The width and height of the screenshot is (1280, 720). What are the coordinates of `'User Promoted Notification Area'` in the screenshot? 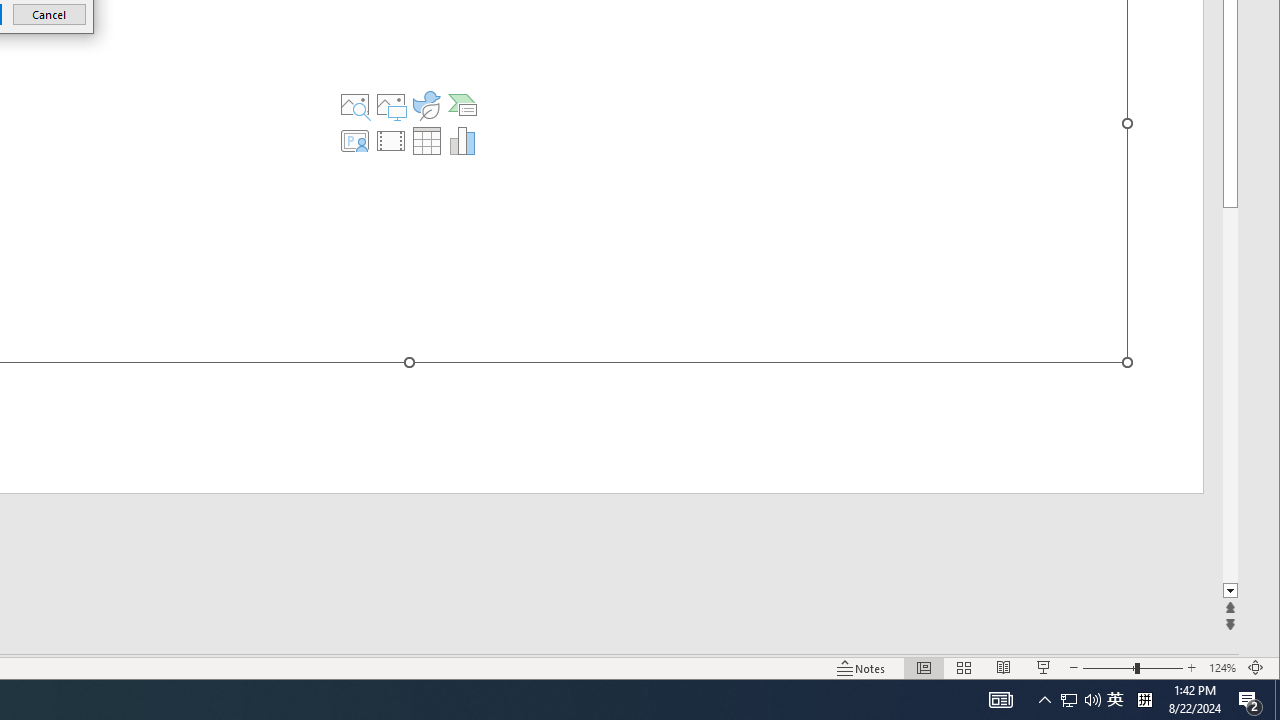 It's located at (1079, 698).